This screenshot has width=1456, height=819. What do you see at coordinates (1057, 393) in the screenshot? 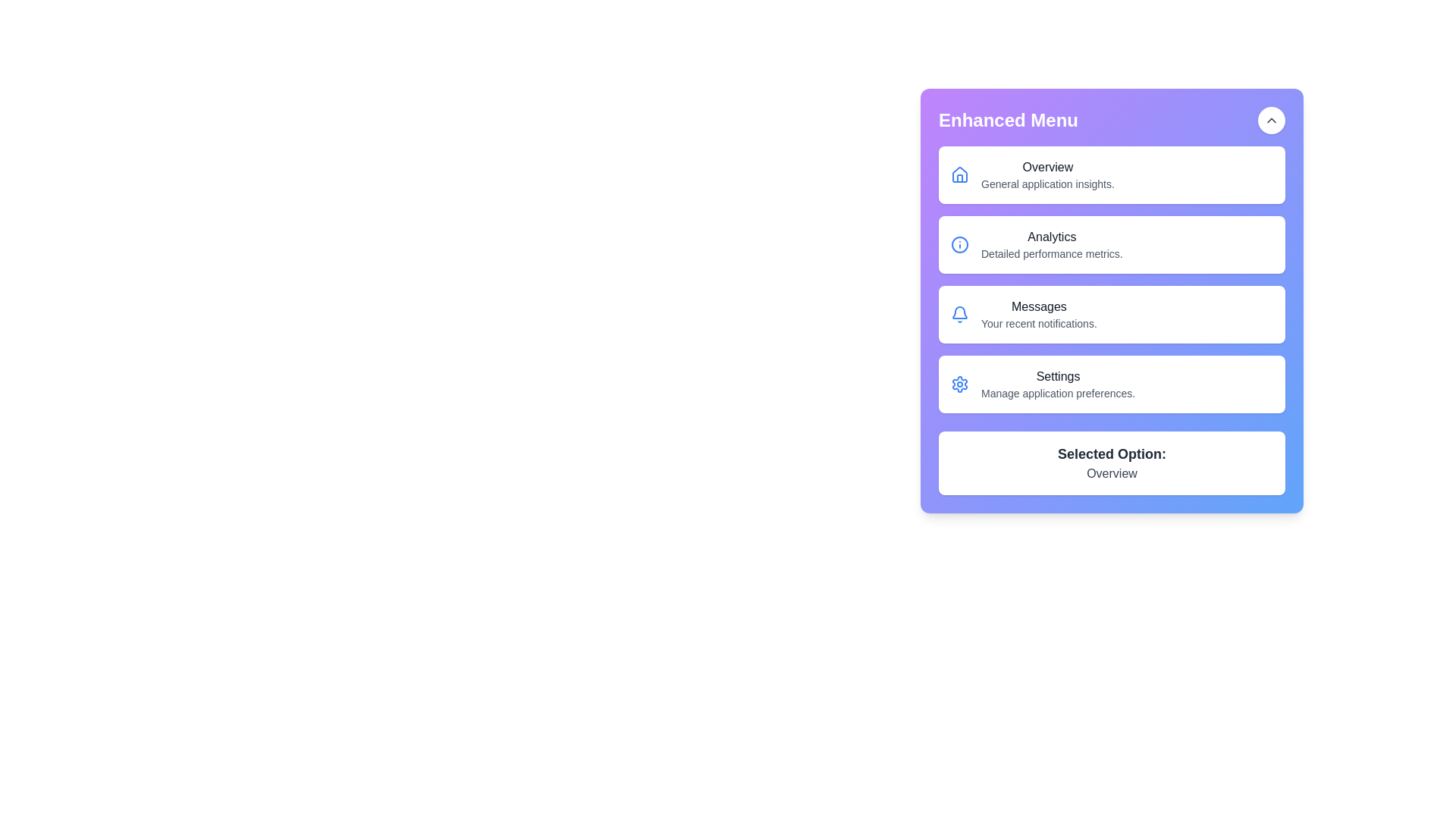
I see `the static text label reading 'Manage application preferences.' which is positioned below the title 'Settings' in the menu card` at bounding box center [1057, 393].